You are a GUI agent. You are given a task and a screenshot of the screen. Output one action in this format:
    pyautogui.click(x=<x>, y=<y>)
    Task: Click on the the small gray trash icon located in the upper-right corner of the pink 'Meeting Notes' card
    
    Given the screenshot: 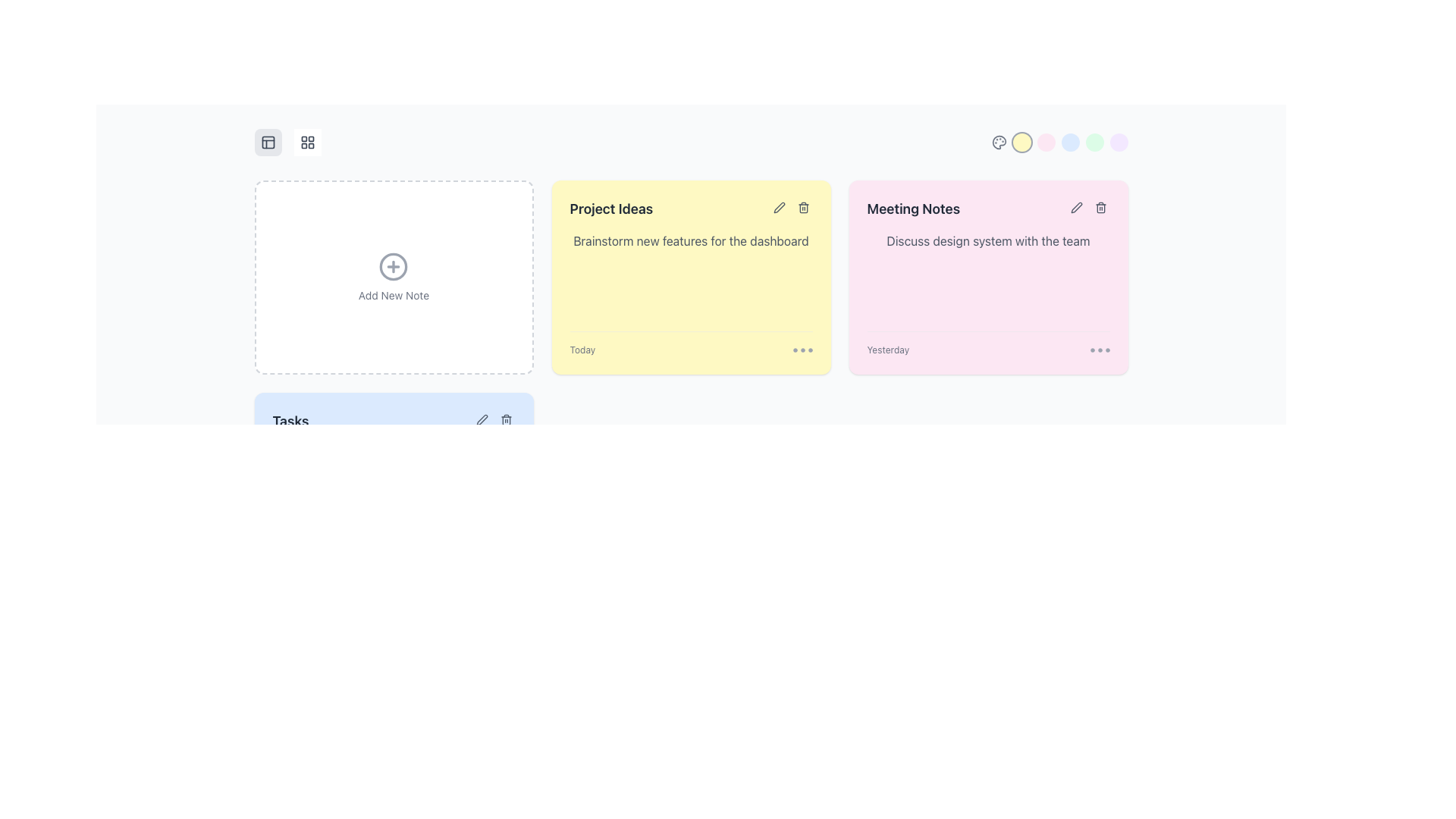 What is the action you would take?
    pyautogui.click(x=1100, y=207)
    